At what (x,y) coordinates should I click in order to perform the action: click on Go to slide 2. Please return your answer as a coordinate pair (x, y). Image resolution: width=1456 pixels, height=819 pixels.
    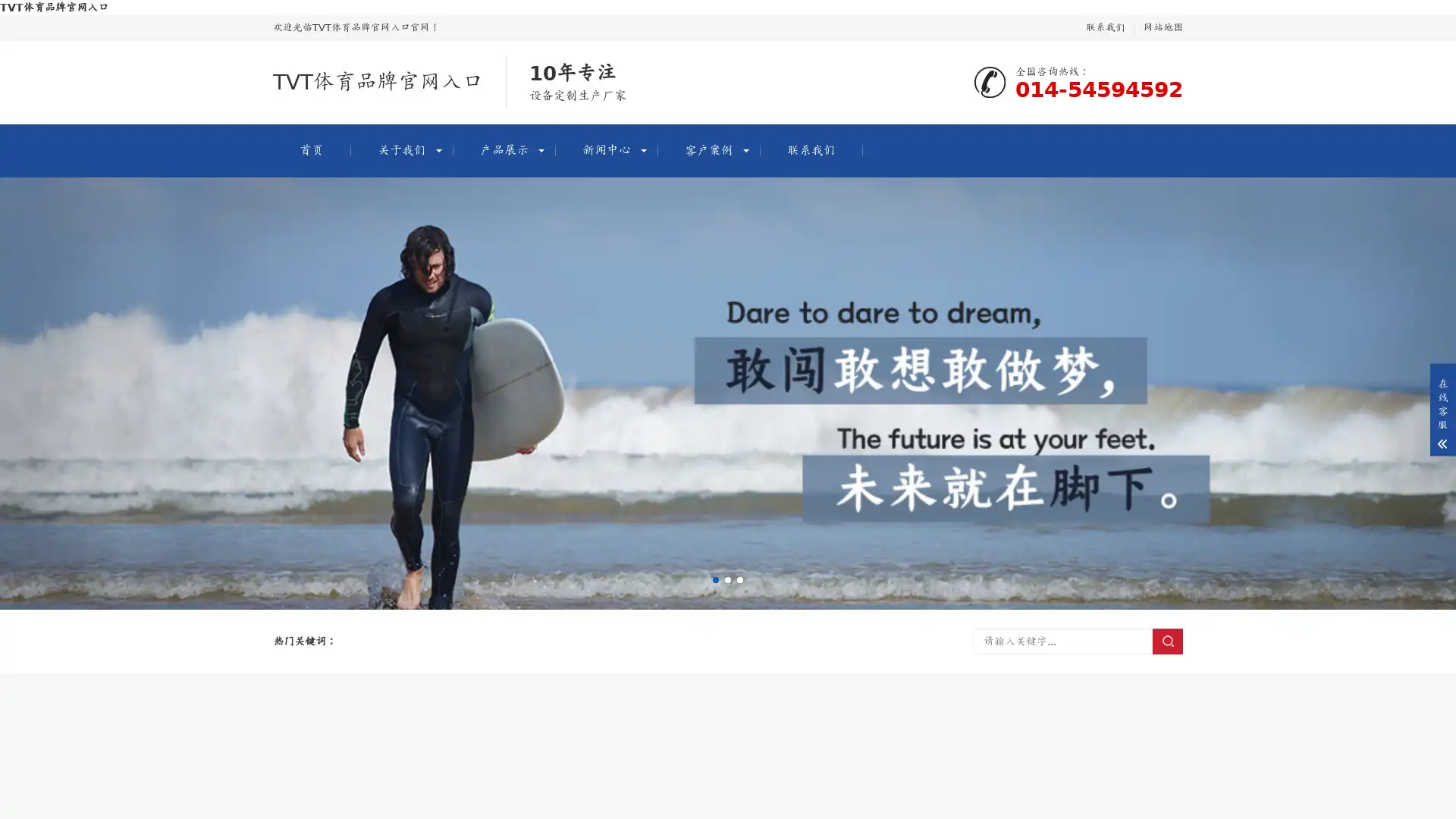
    Looking at the image, I should click on (728, 579).